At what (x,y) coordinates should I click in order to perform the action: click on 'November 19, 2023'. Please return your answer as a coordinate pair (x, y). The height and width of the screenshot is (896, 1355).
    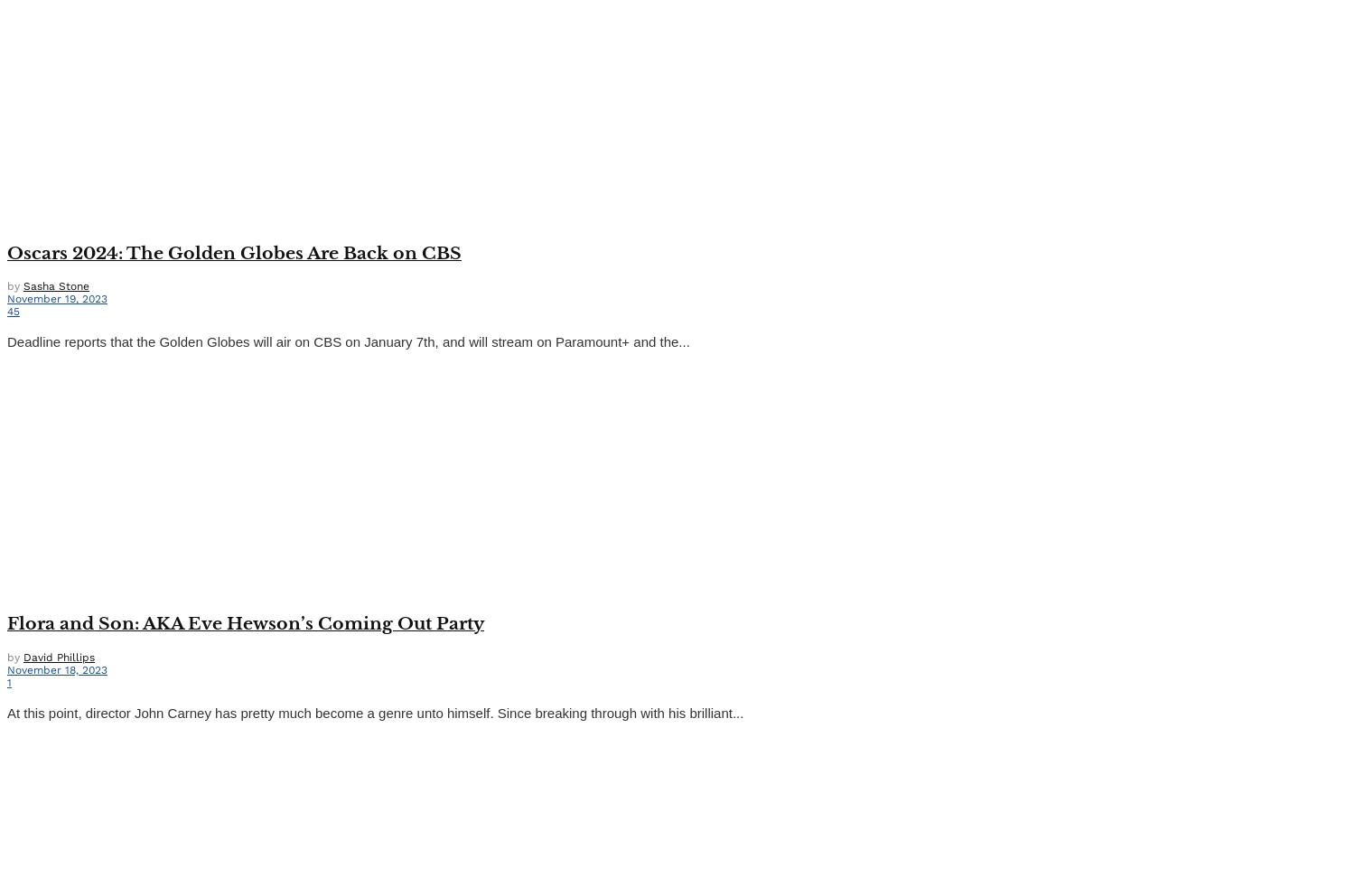
    Looking at the image, I should click on (56, 298).